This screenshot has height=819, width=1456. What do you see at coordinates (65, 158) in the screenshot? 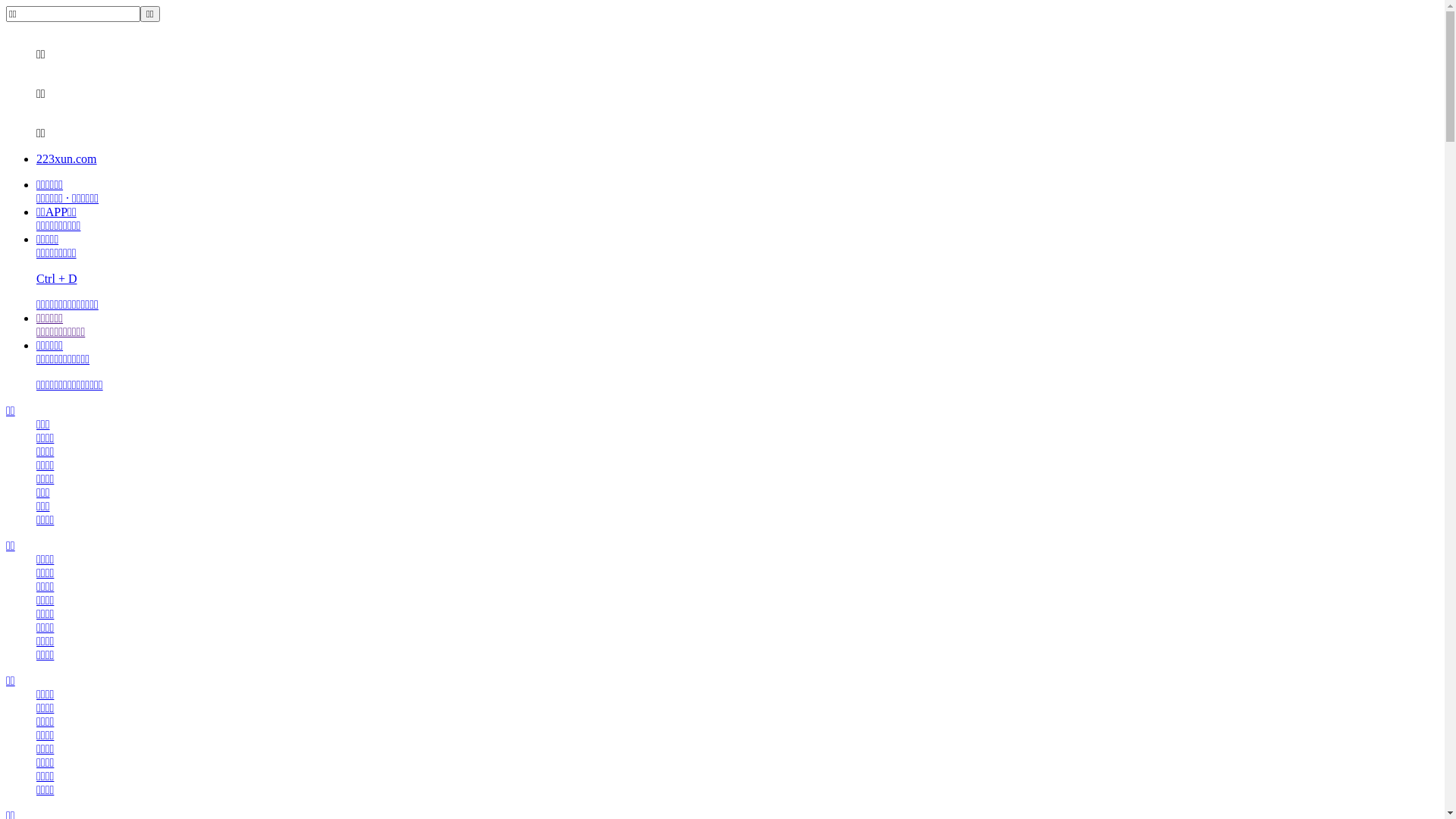
I see `'223xun.com'` at bounding box center [65, 158].